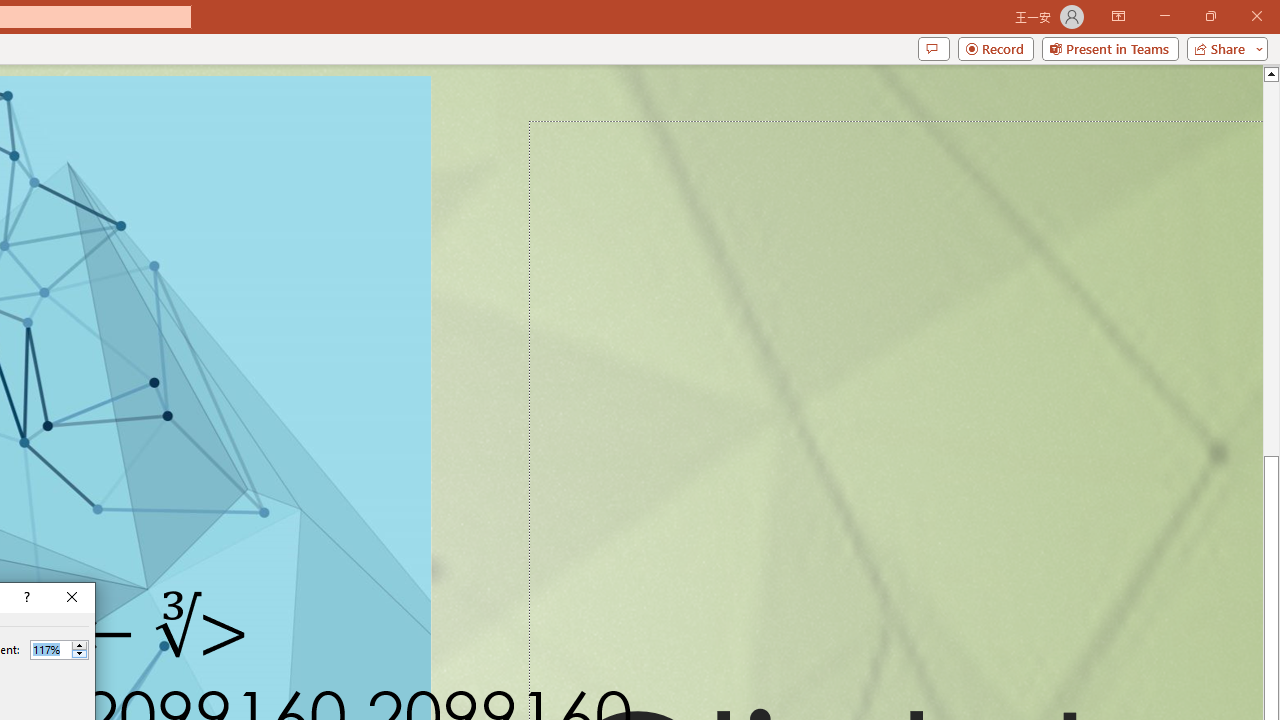 This screenshot has height=720, width=1280. Describe the element at coordinates (50, 649) in the screenshot. I see `'Percent'` at that location.